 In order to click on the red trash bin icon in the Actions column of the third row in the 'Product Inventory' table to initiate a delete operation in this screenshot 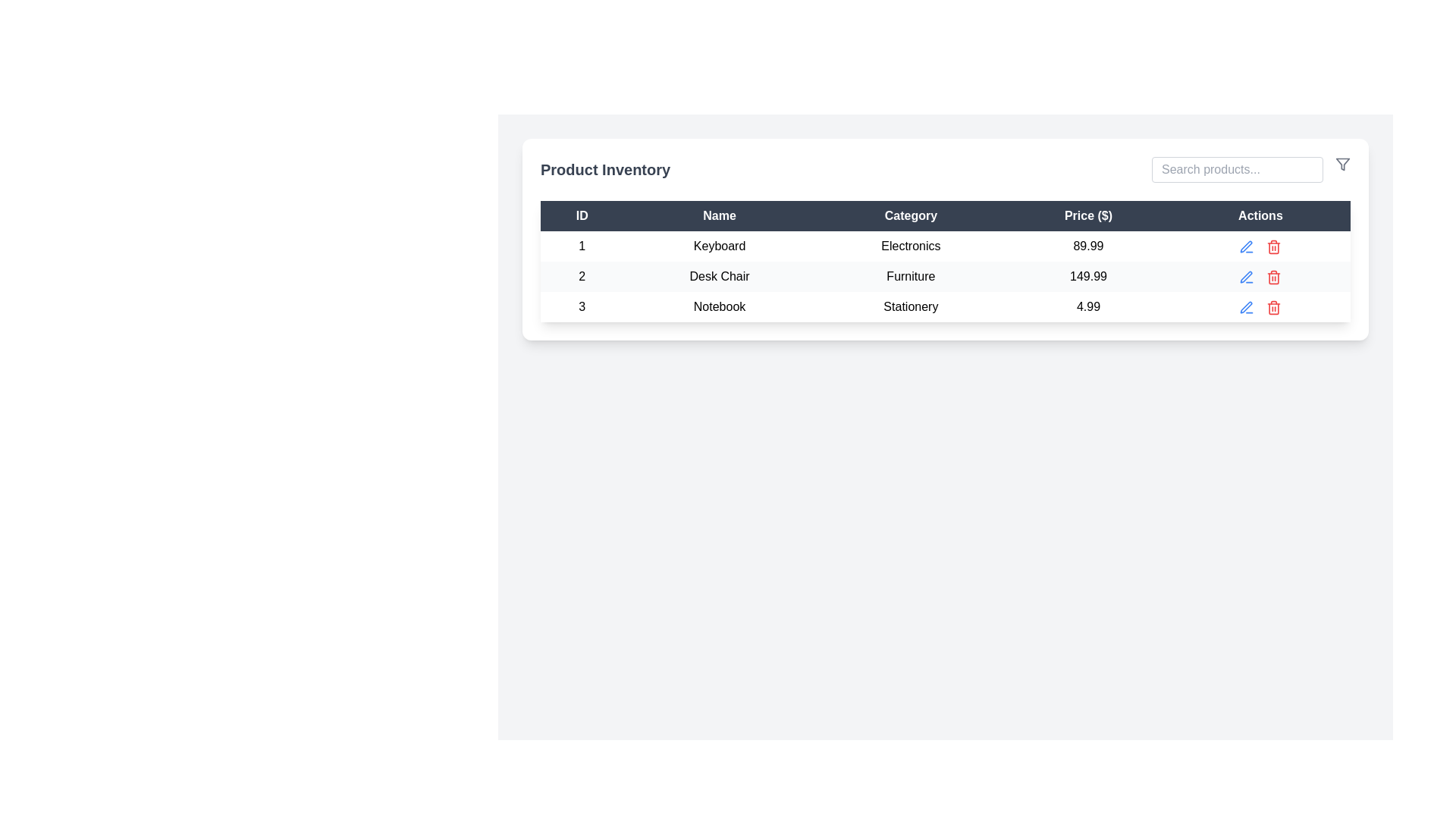, I will do `click(1274, 308)`.